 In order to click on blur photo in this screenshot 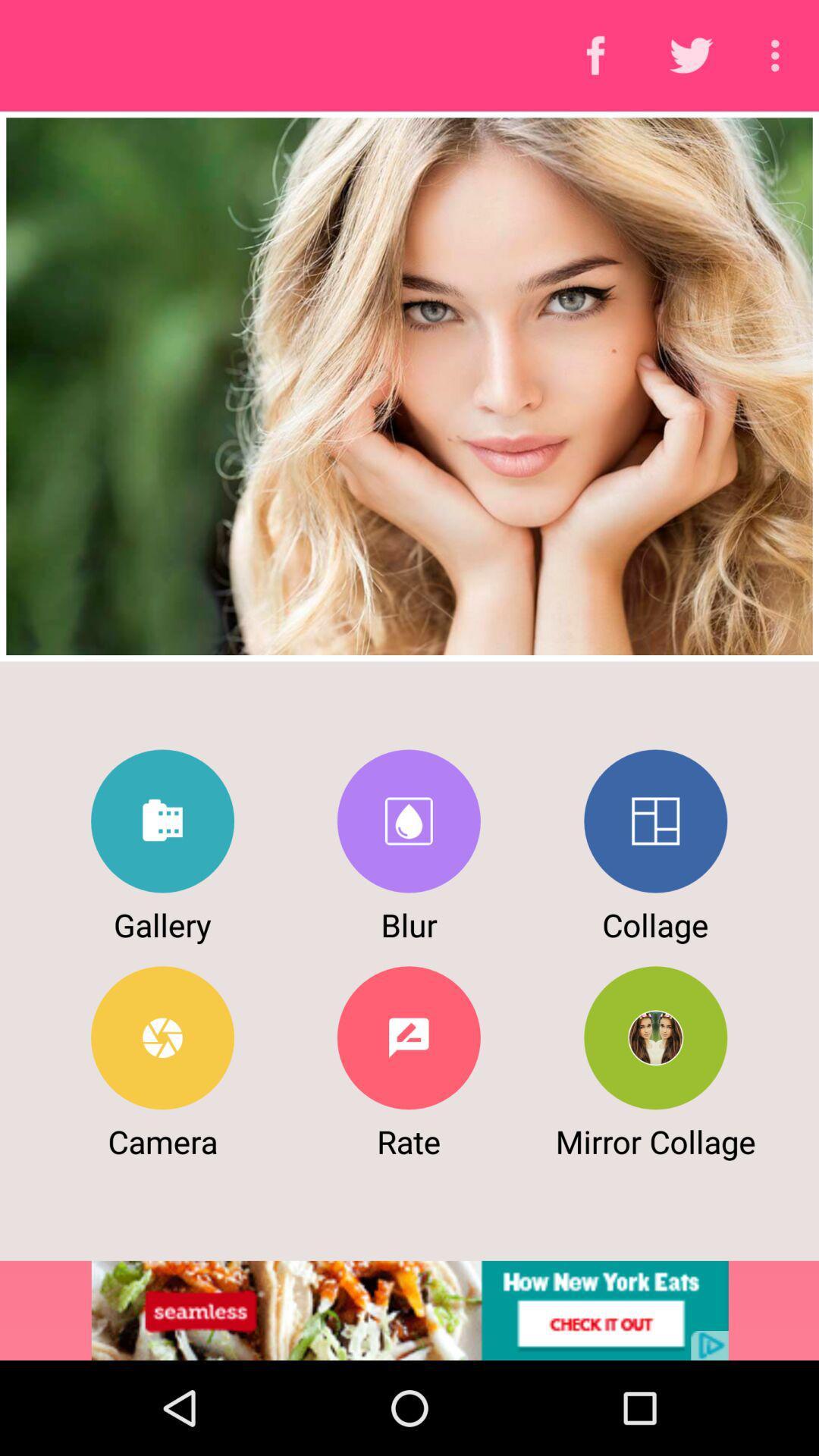, I will do `click(408, 821)`.